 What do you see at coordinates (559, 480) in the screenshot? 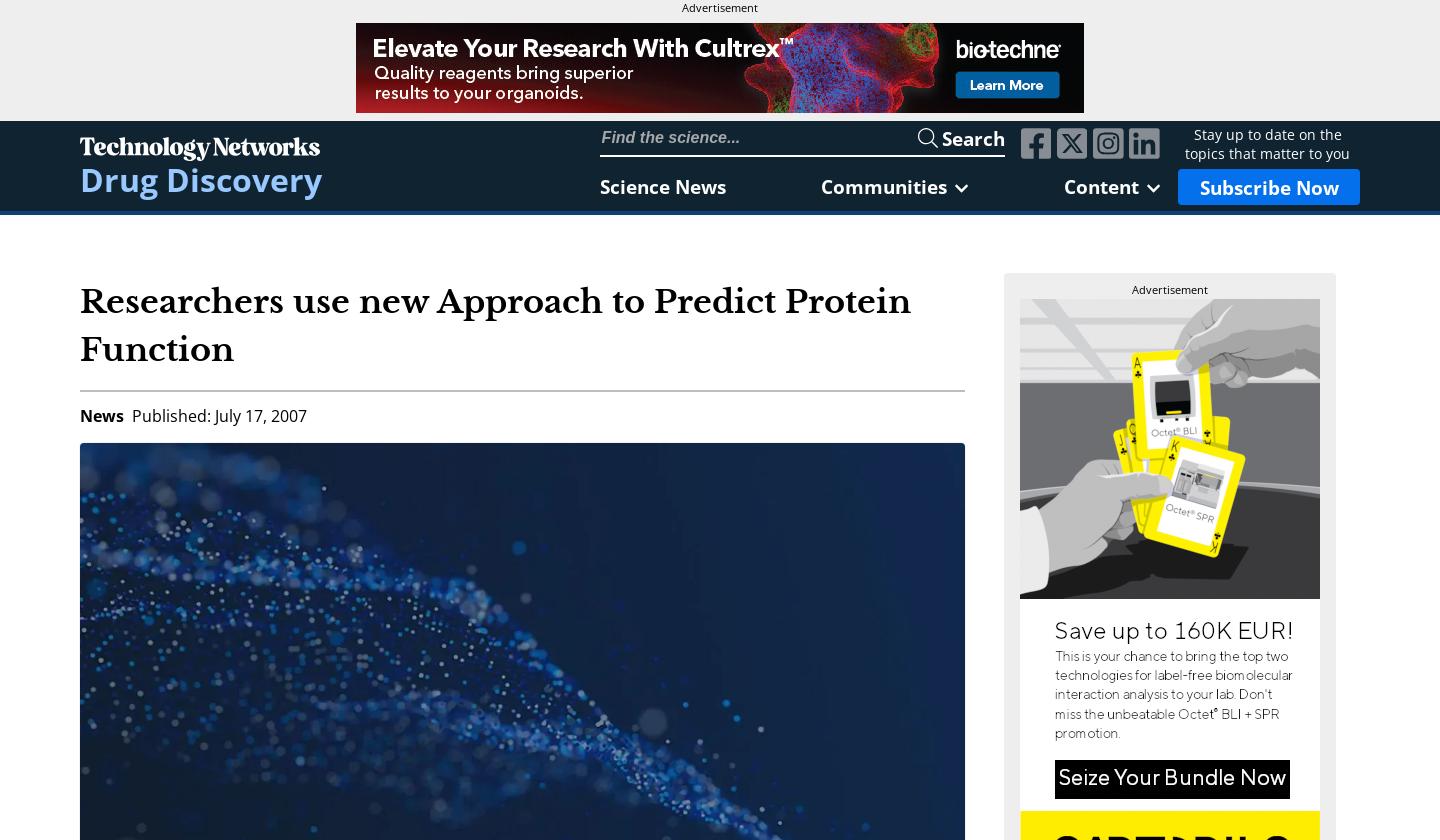
I see `'Immunology & Microbiology'` at bounding box center [559, 480].